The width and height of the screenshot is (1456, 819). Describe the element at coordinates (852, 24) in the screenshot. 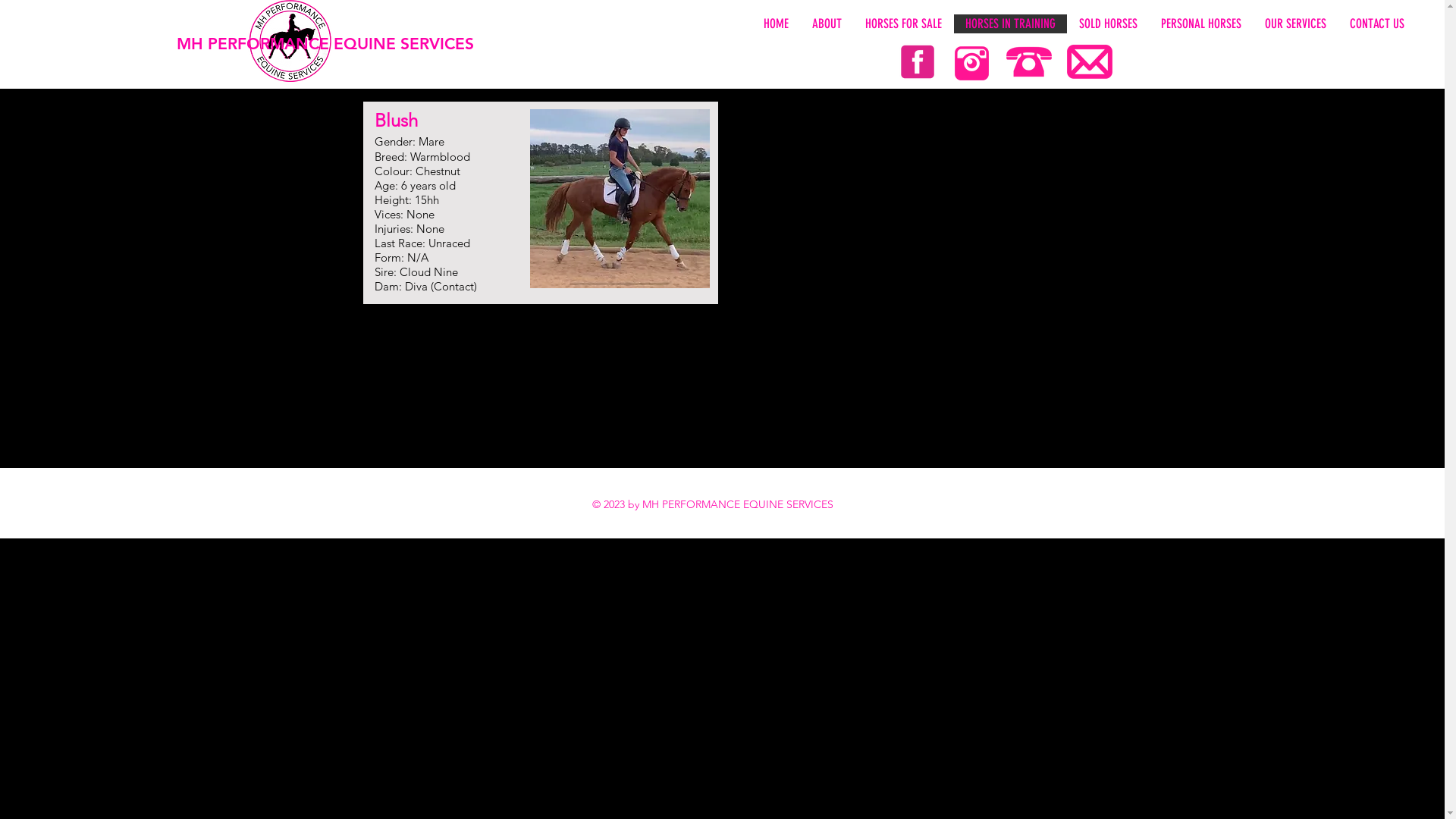

I see `'HORSES FOR SALE'` at that location.